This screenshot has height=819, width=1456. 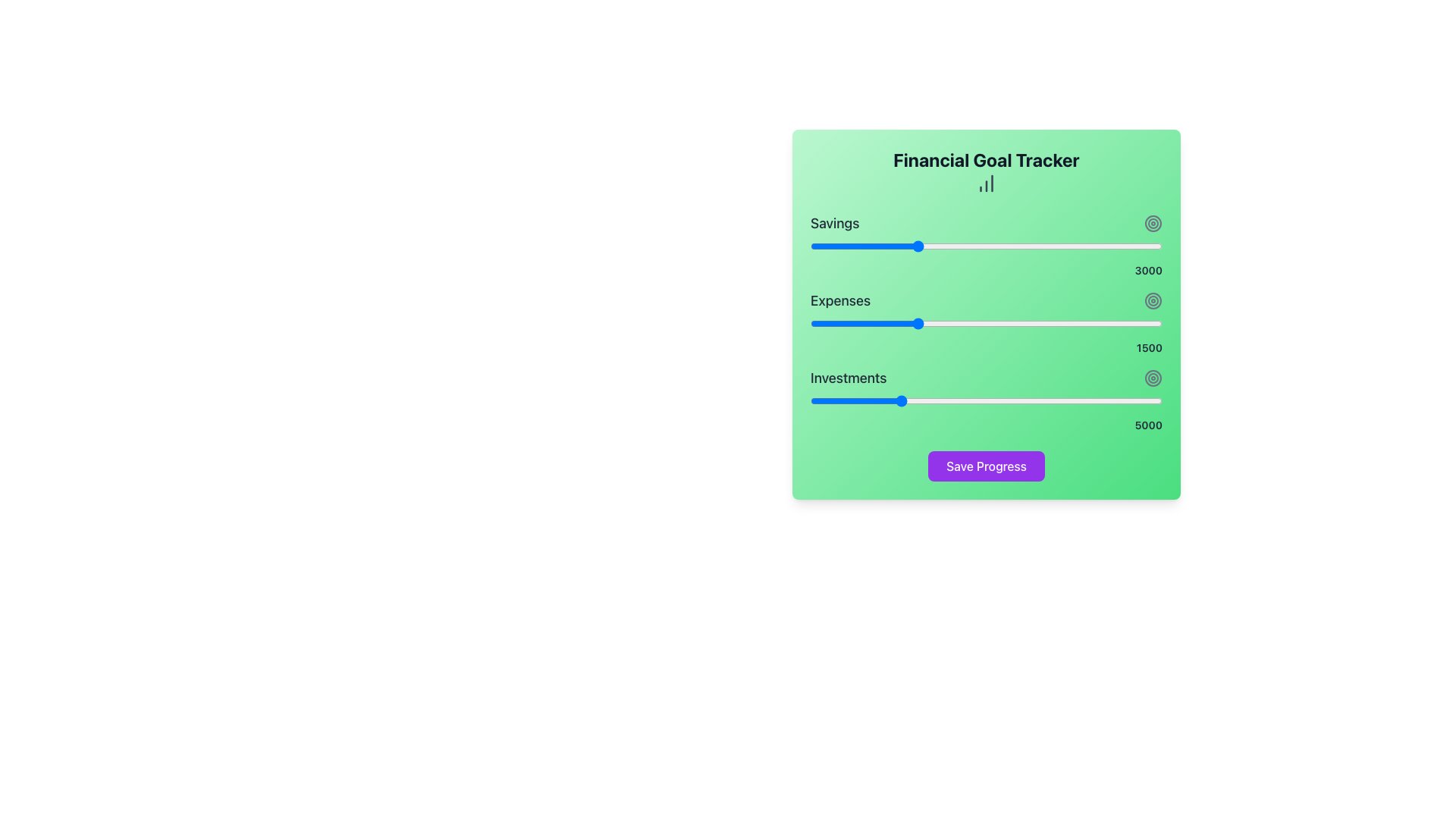 I want to click on the investment goal, so click(x=906, y=400).